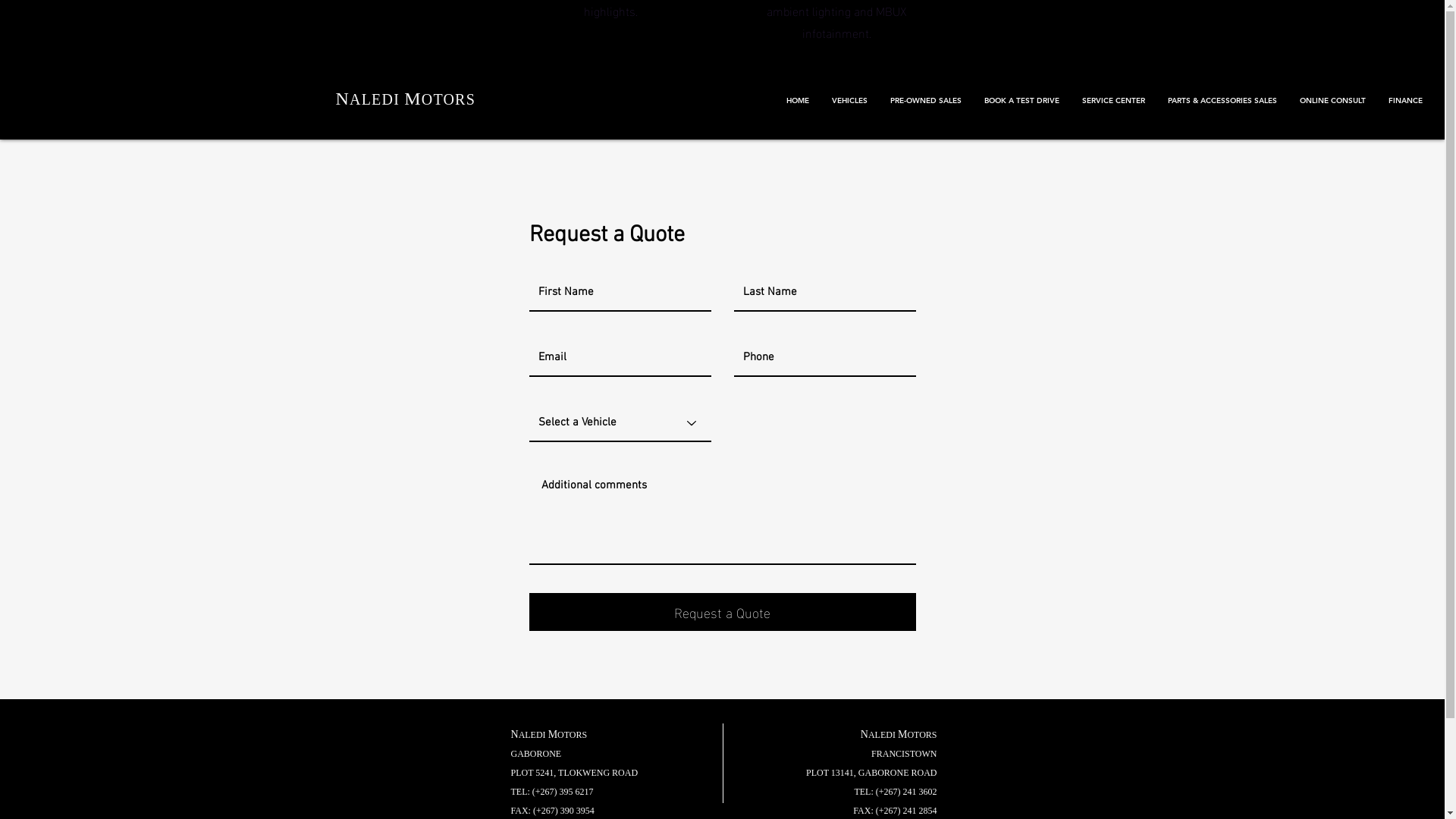 This screenshot has height=819, width=1456. What do you see at coordinates (1288, 100) in the screenshot?
I see `'ONLINE CONSULT'` at bounding box center [1288, 100].